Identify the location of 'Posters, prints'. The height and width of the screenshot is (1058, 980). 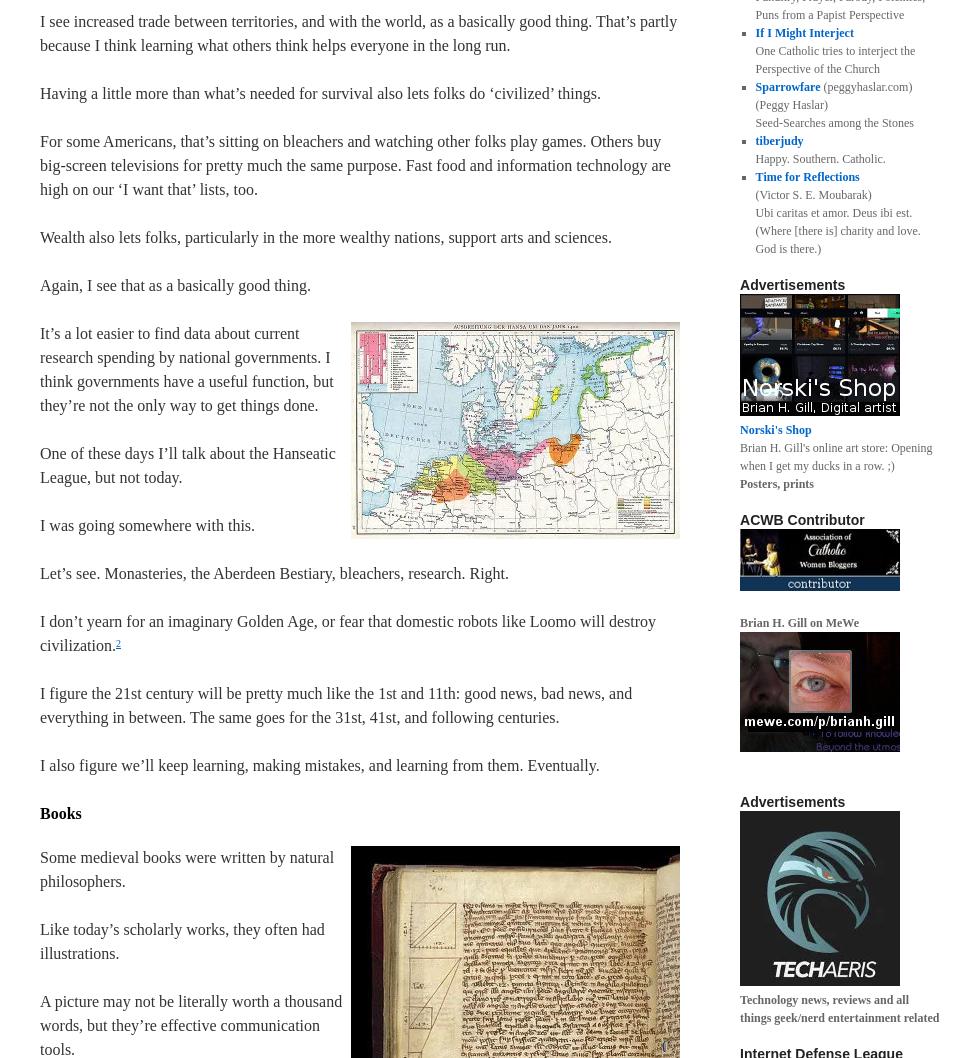
(739, 483).